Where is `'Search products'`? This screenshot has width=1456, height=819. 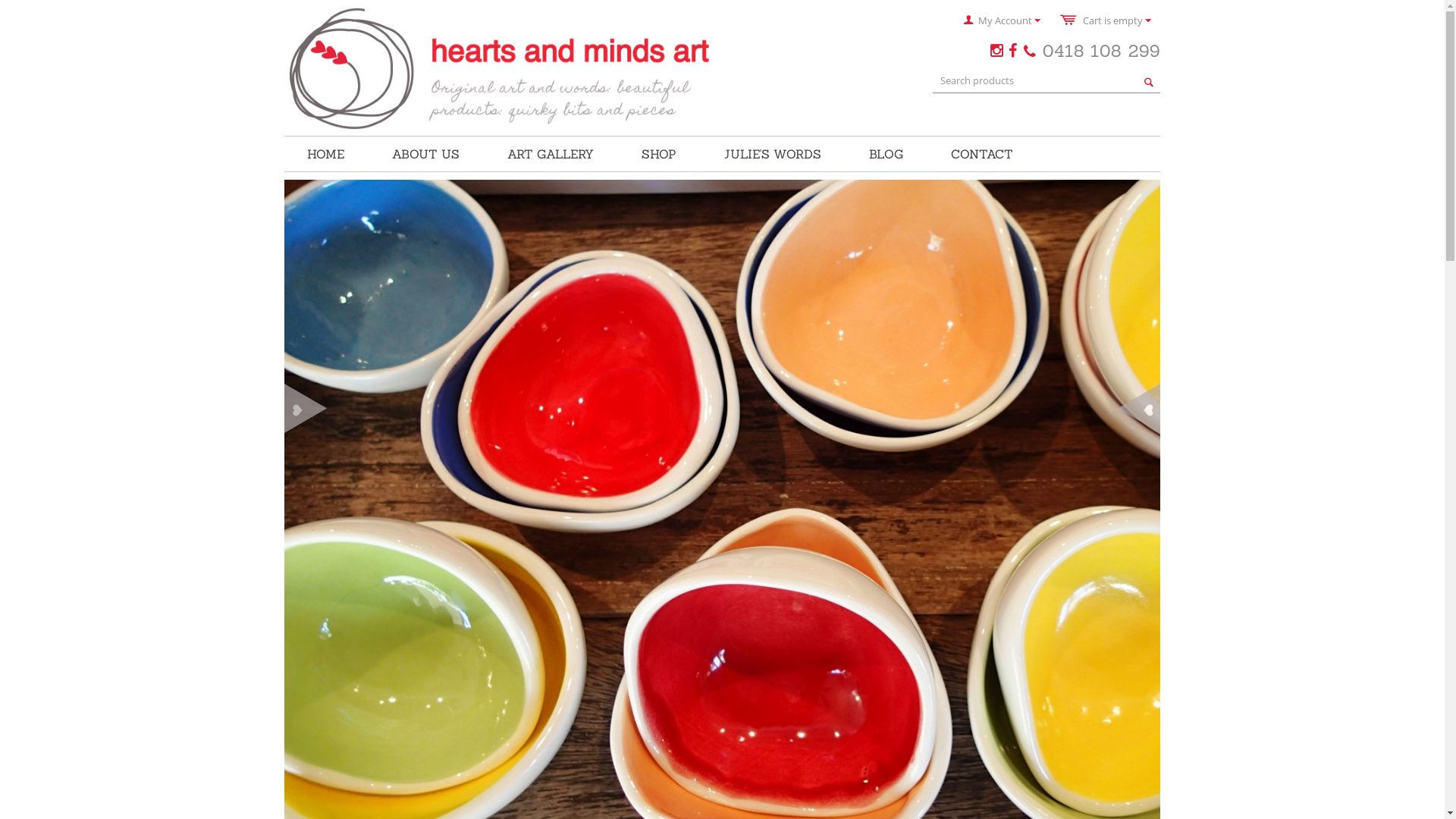
'Search products' is located at coordinates (1046, 80).